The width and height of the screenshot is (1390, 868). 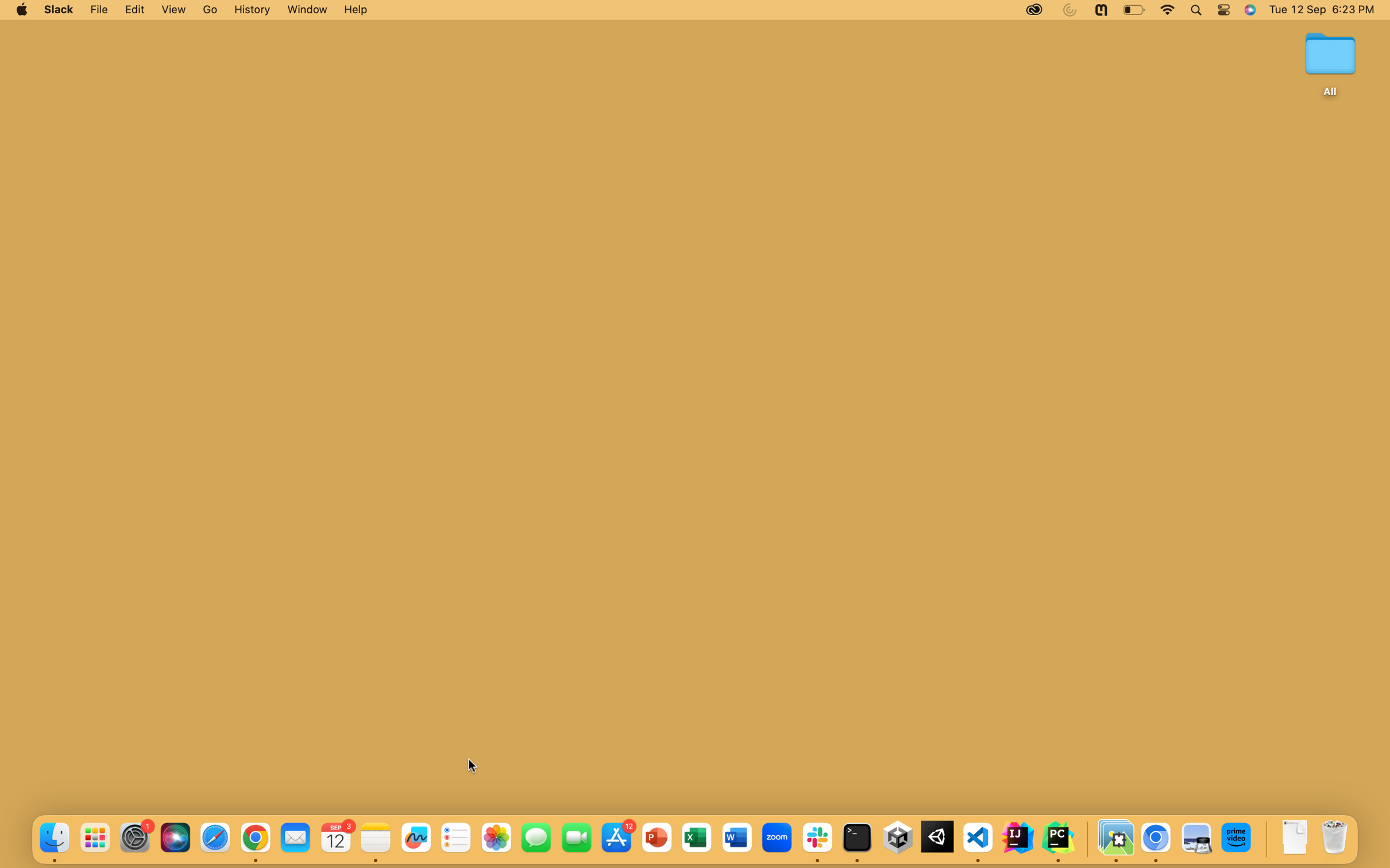 What do you see at coordinates (215, 838) in the screenshot?
I see `Safari App using the fifth blue button at buttom` at bounding box center [215, 838].